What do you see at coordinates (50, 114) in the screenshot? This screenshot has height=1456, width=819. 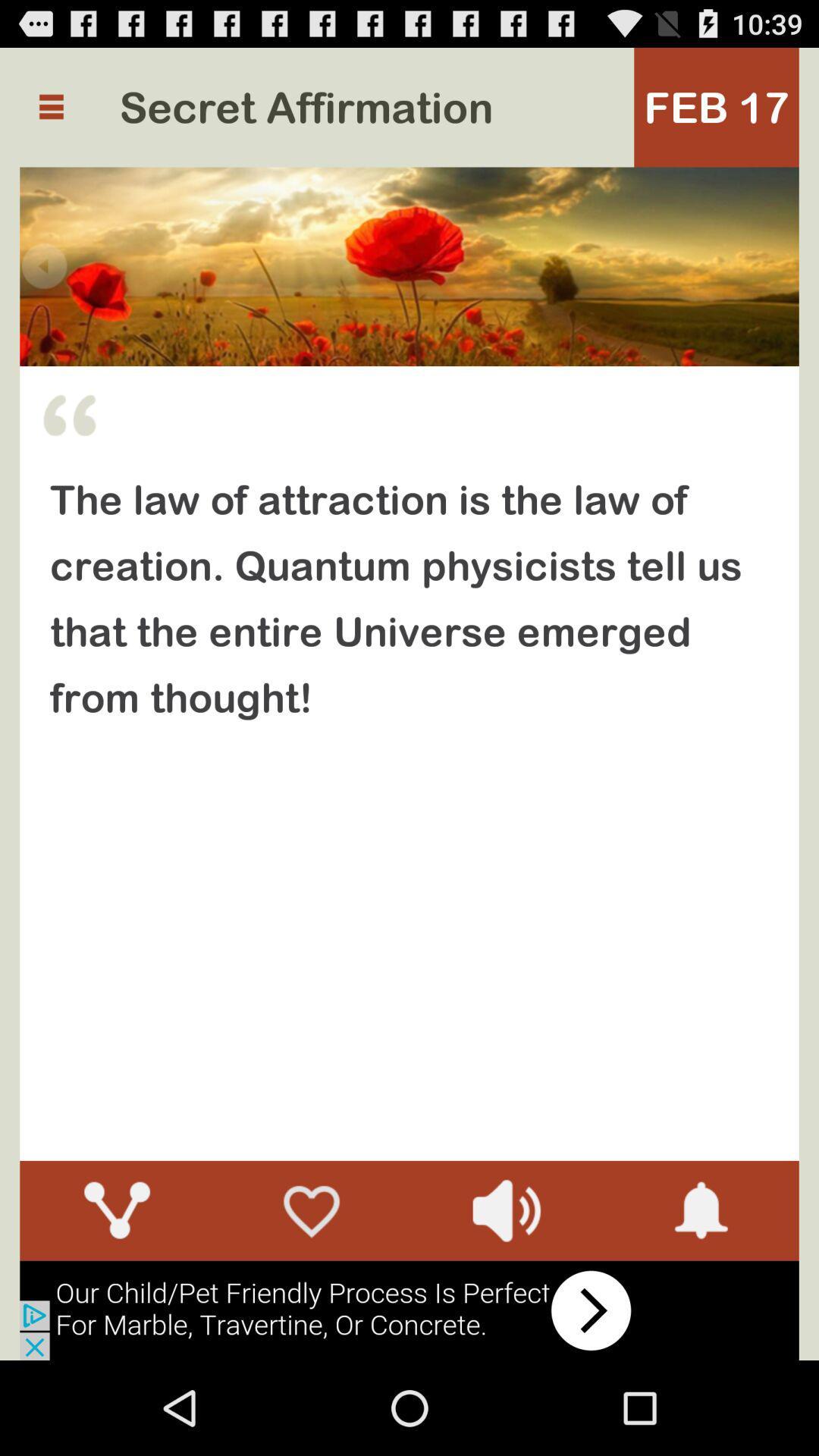 I see `the menu icon` at bounding box center [50, 114].